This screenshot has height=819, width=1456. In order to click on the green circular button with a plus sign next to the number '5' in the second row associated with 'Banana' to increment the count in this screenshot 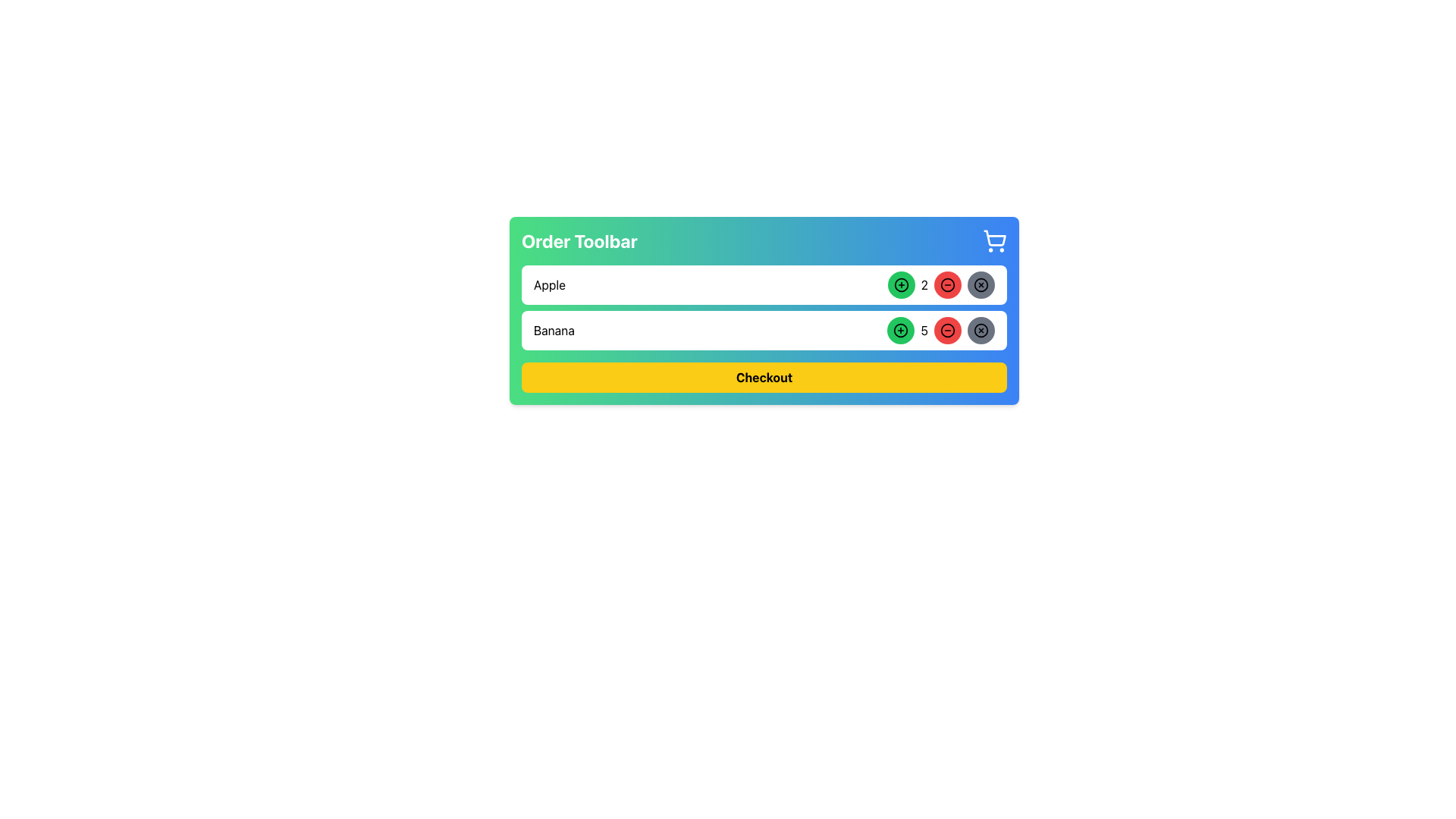, I will do `click(901, 329)`.